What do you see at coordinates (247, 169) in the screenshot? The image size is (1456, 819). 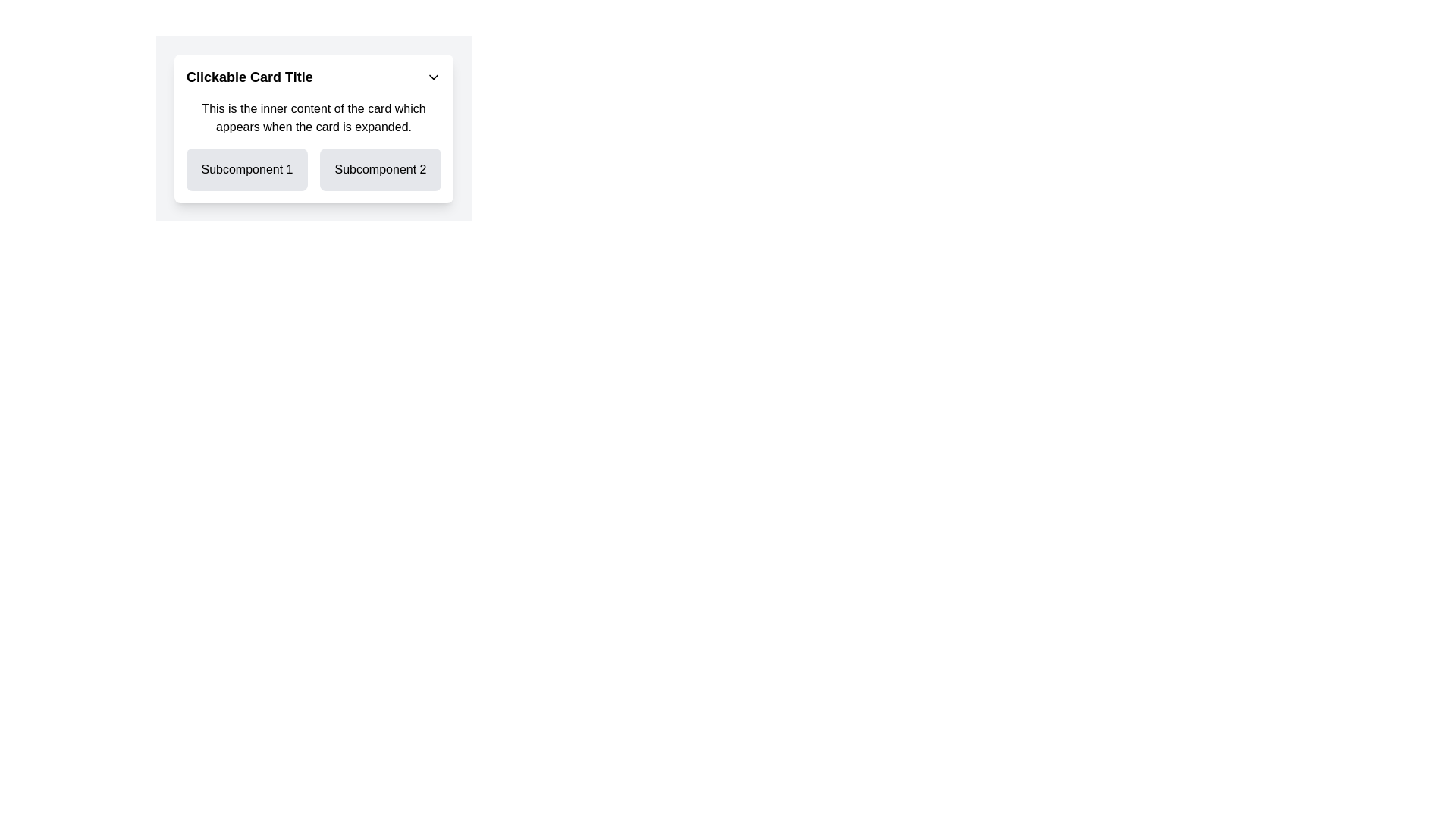 I see `the Static Text Box that serves as a label within the UI card layout, positioned left of 'Subcomponent 2' and below 'Clickable Card Title'` at bounding box center [247, 169].